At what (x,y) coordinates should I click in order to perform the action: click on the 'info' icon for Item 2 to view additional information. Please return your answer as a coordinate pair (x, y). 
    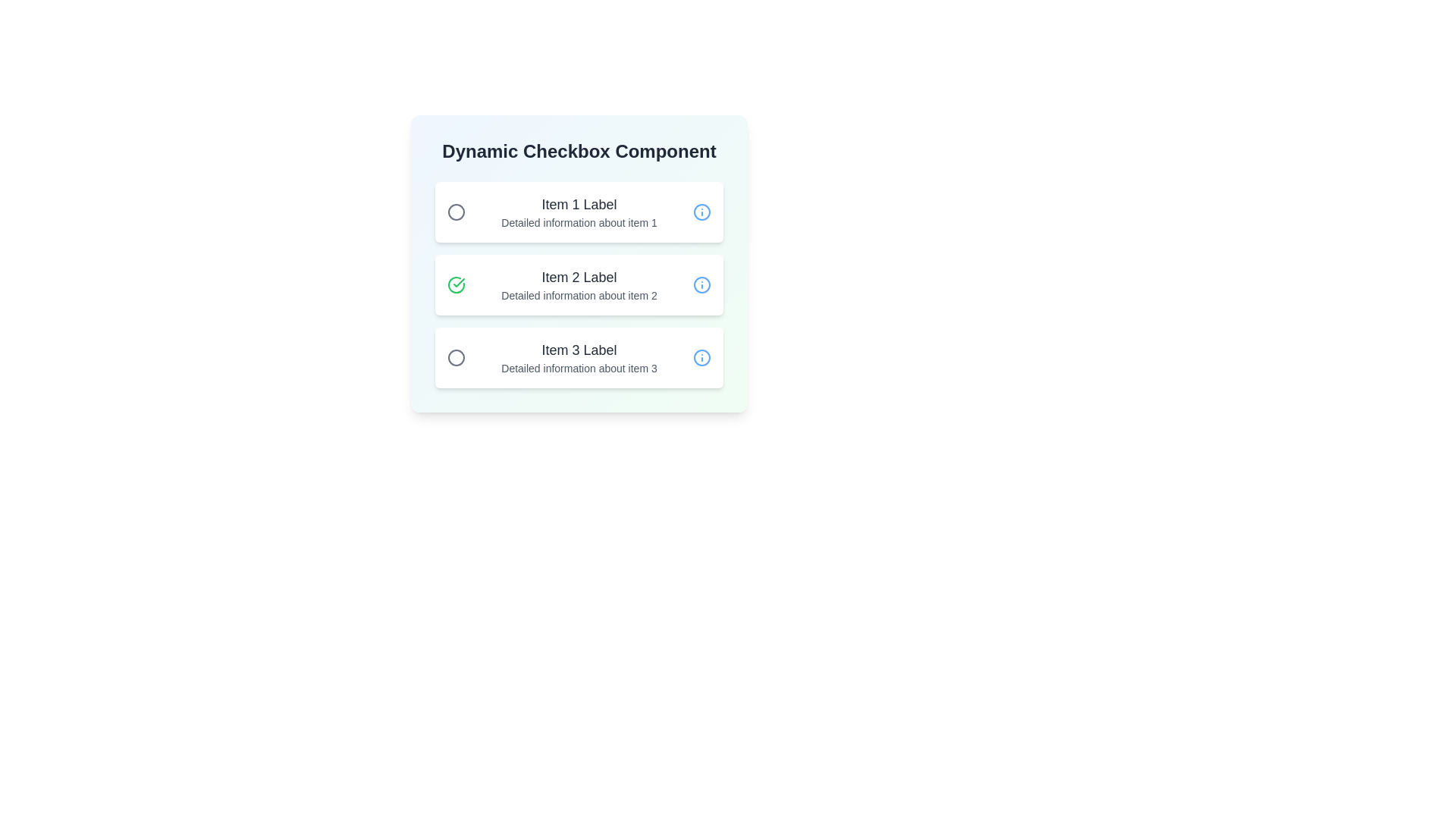
    Looking at the image, I should click on (701, 284).